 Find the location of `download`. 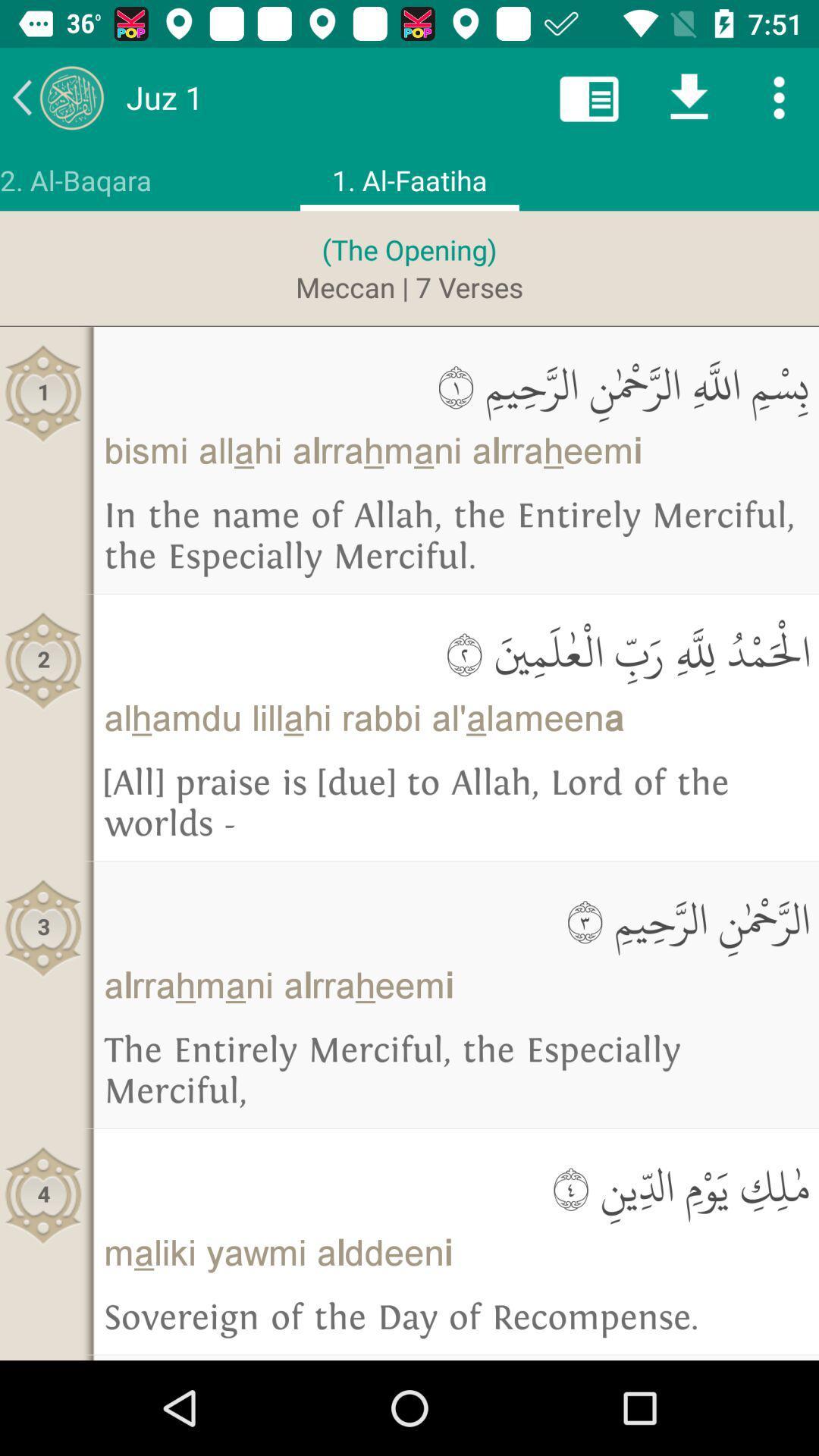

download is located at coordinates (689, 96).